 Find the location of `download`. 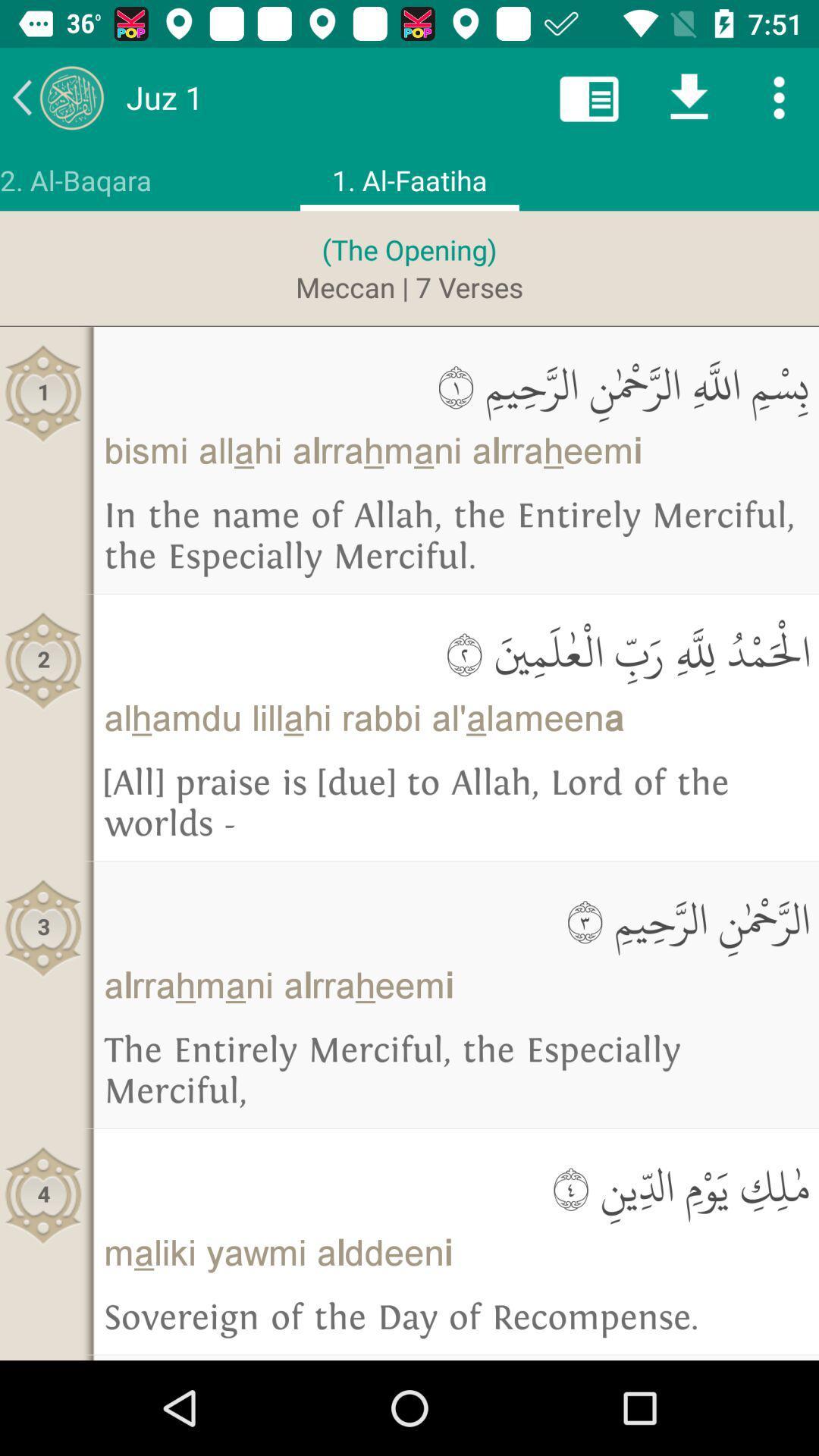

download is located at coordinates (689, 96).